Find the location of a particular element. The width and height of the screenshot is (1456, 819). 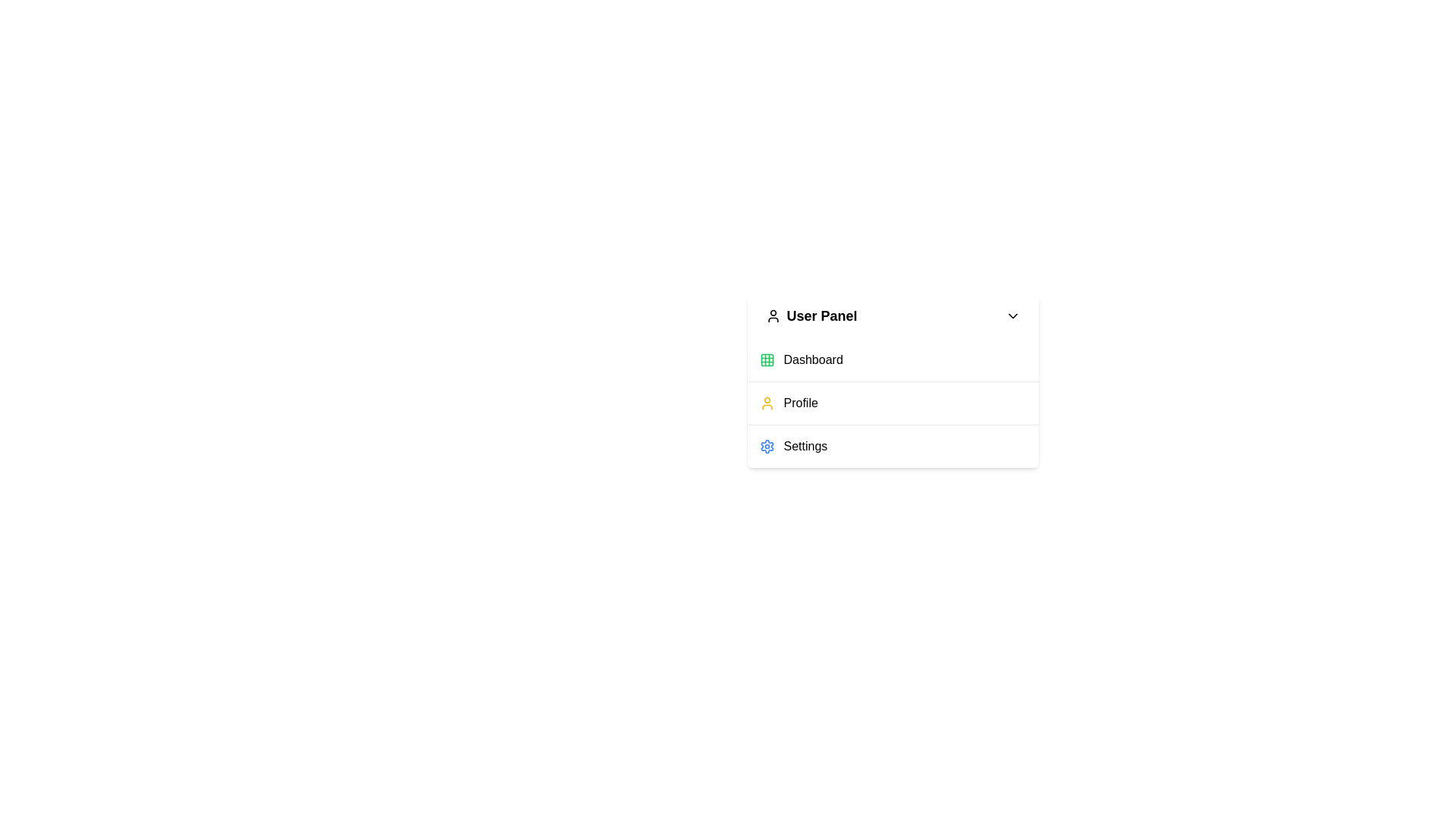

the menu item Settings is located at coordinates (893, 445).